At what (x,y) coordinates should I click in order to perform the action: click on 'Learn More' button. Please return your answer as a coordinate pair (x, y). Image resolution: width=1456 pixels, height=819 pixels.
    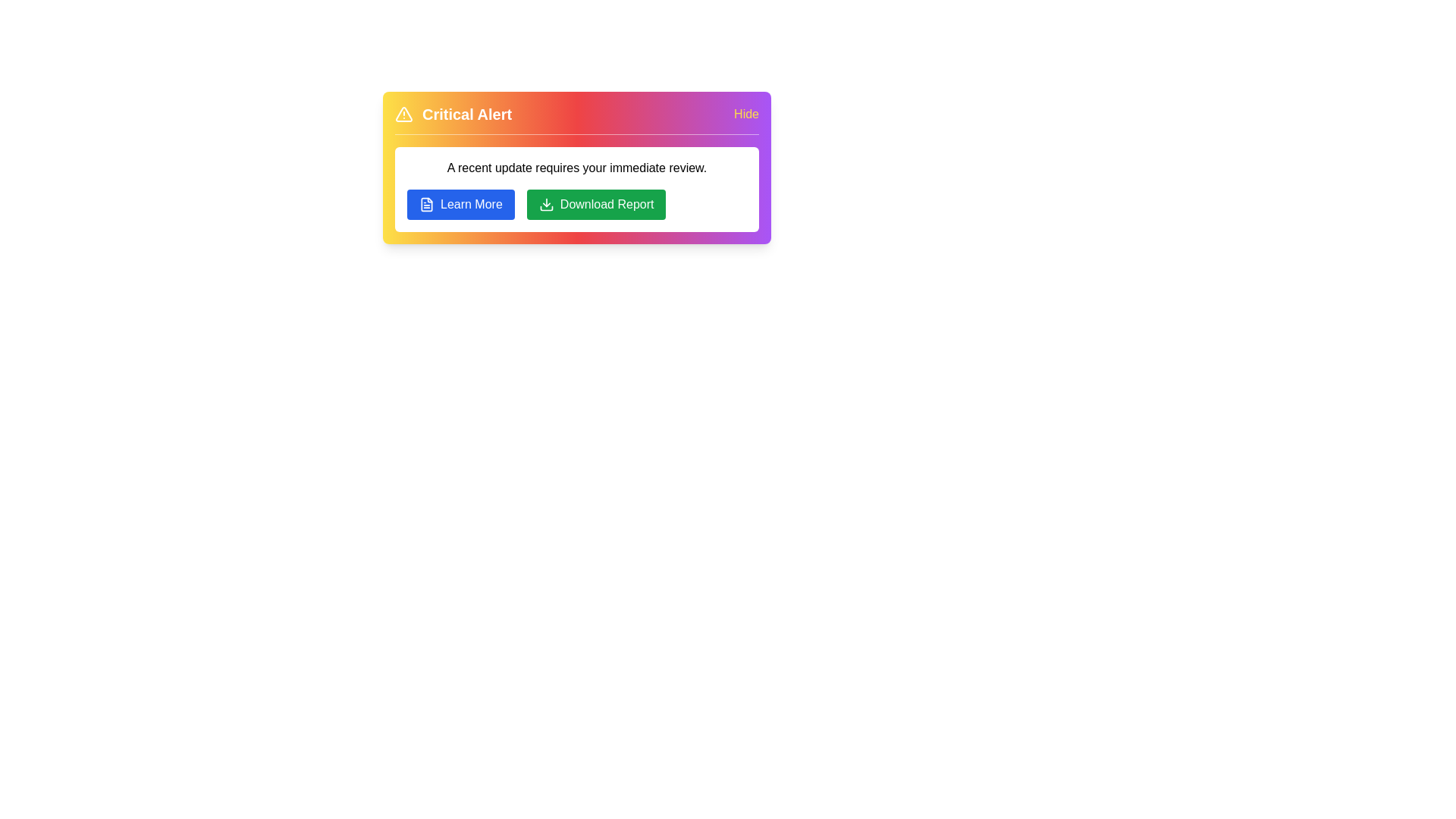
    Looking at the image, I should click on (460, 205).